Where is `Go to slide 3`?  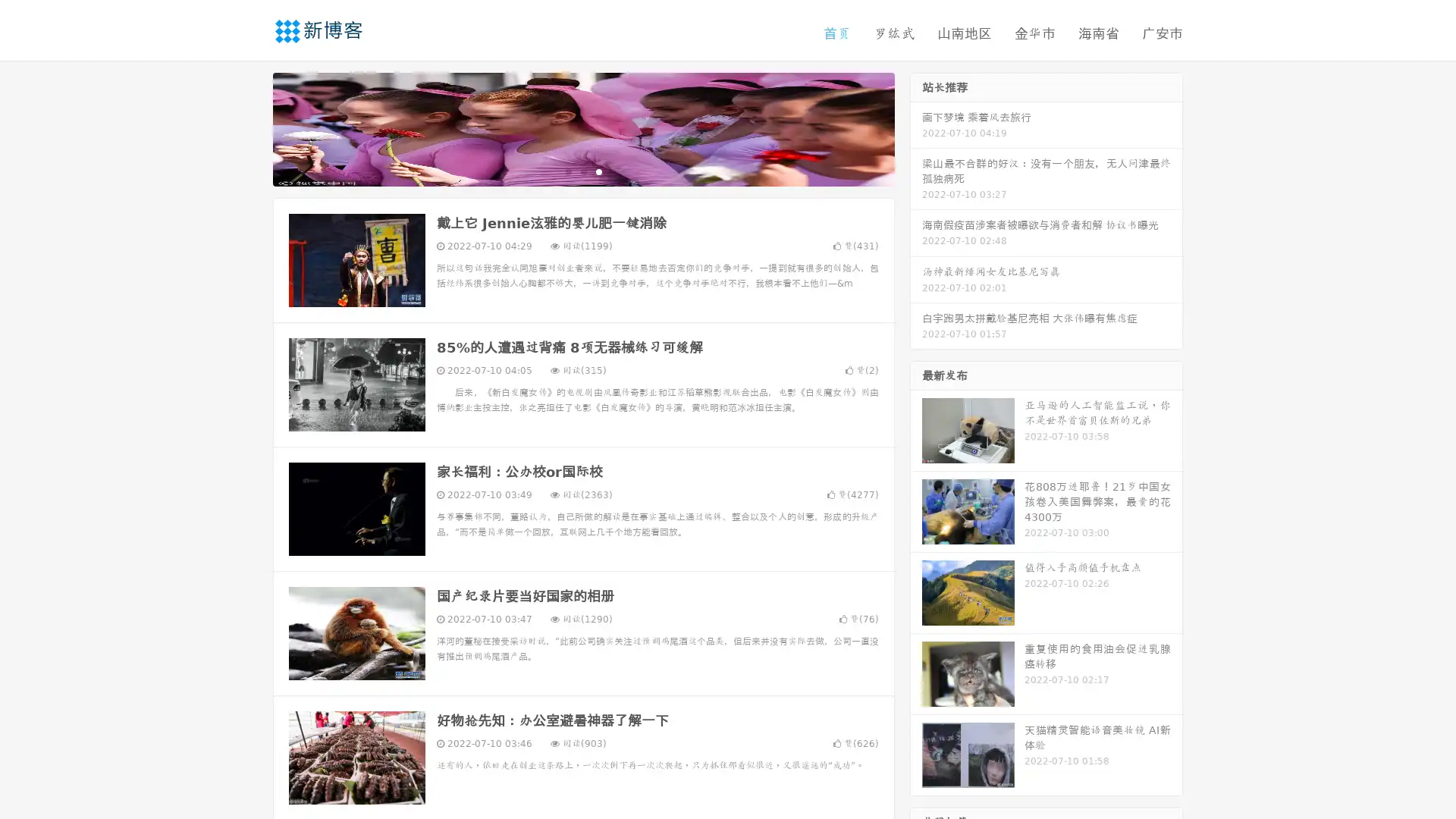 Go to slide 3 is located at coordinates (598, 171).